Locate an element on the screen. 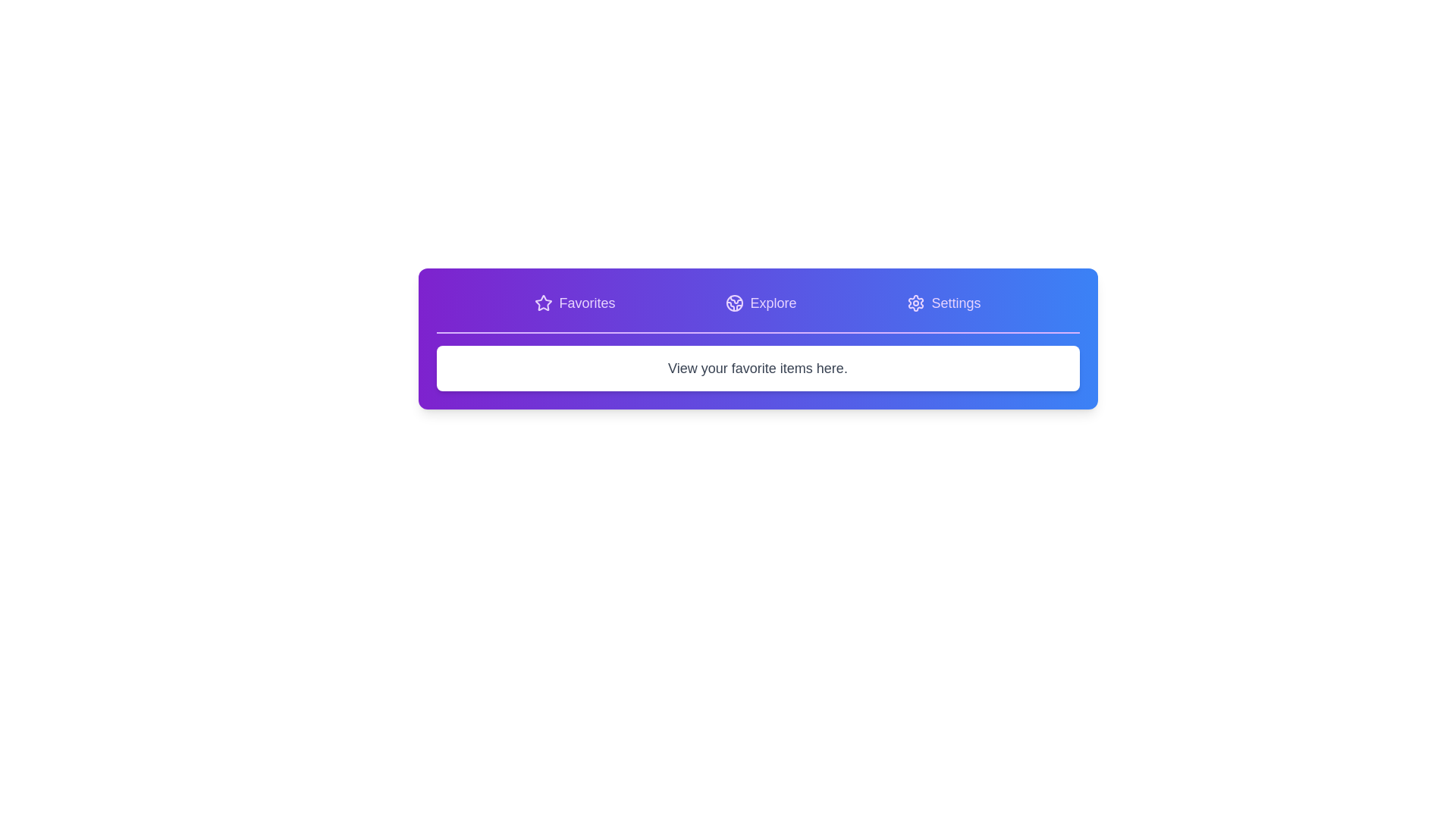 The height and width of the screenshot is (819, 1456). the tab labeled 'Settings' to display its corresponding content is located at coordinates (942, 303).